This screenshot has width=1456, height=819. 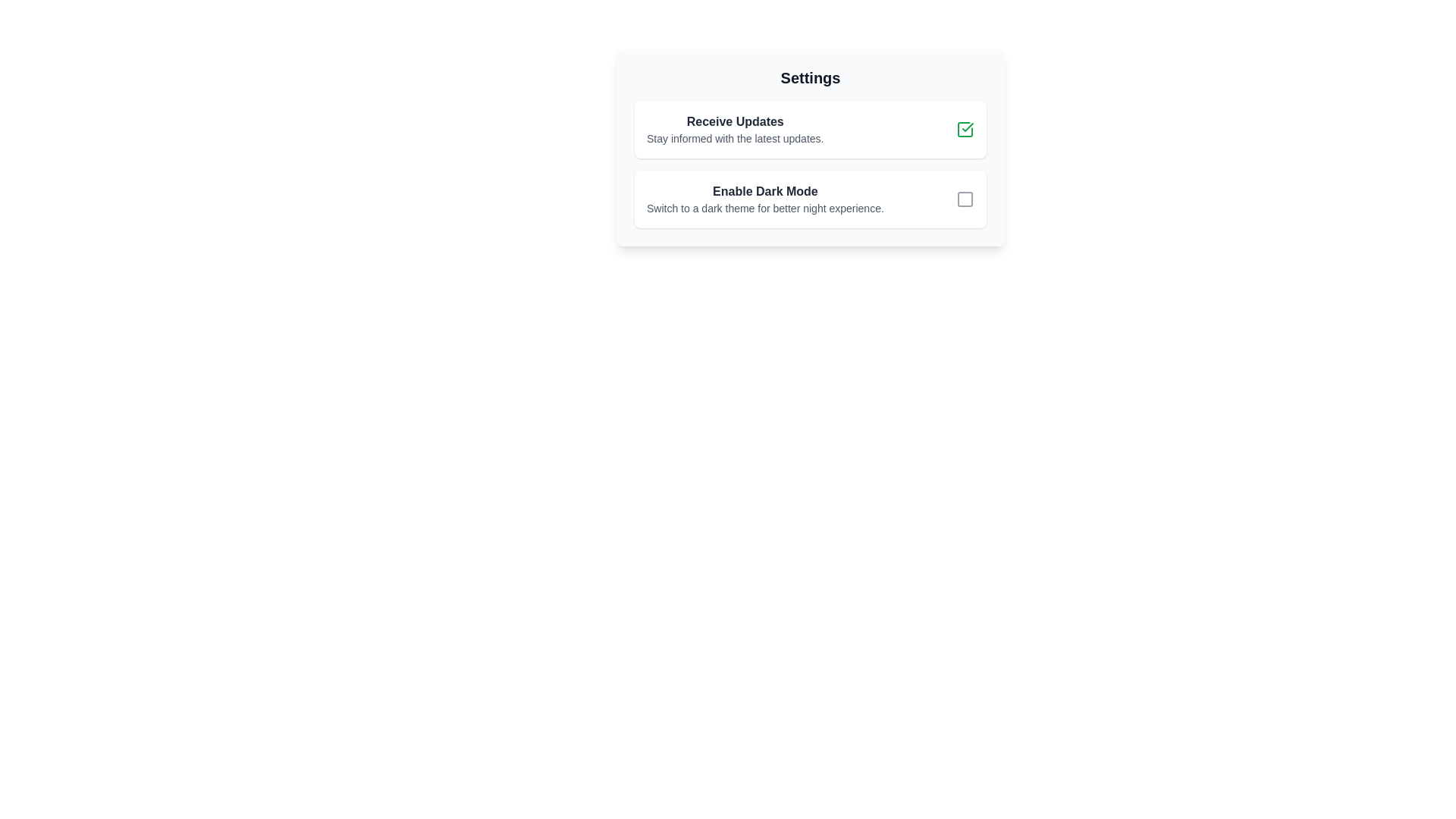 I want to click on the square-shaped checkbox with a green outline and checkmark located in the top right corner of the 'Receive Updates' section, so click(x=964, y=128).